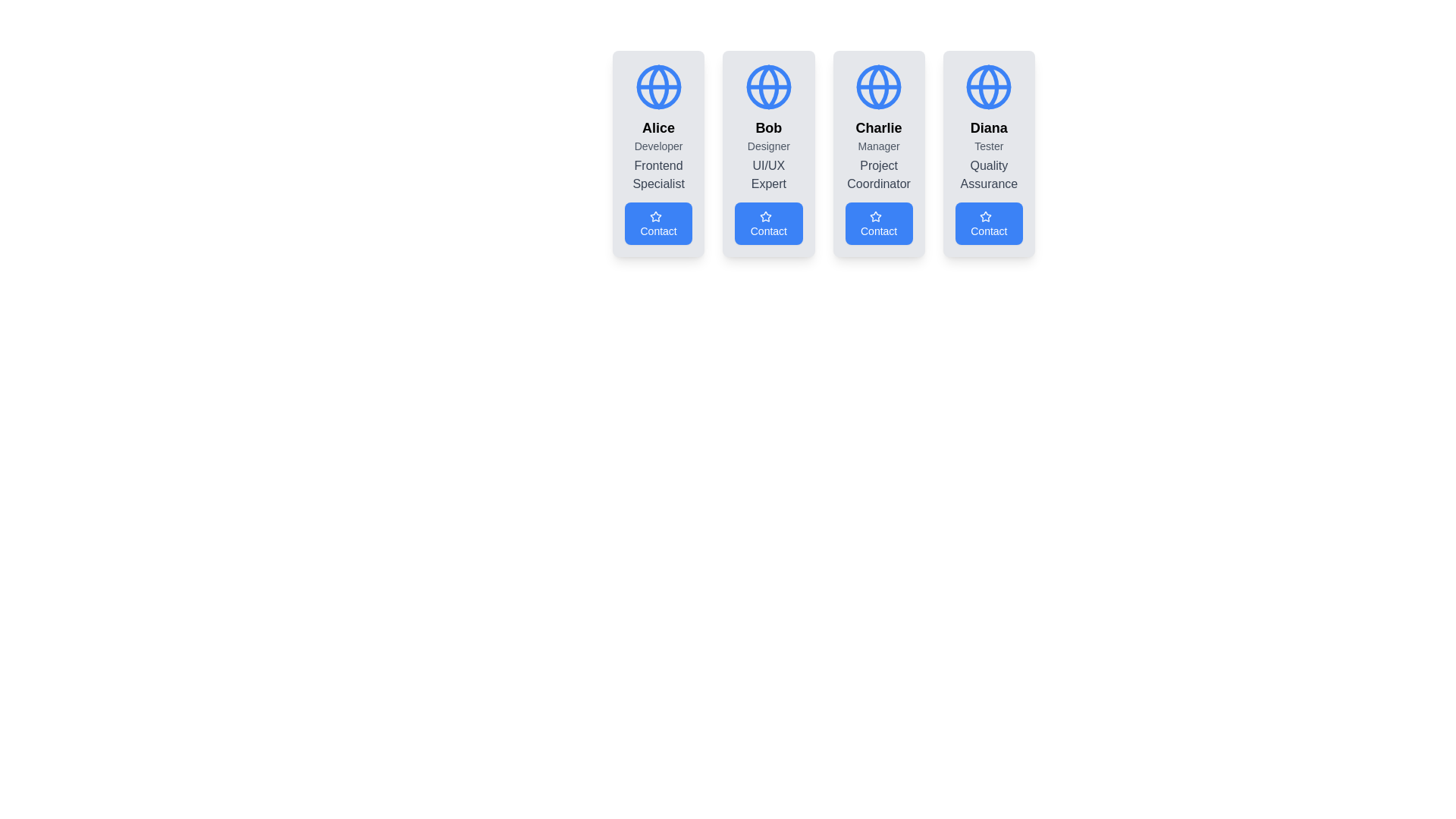 The image size is (1456, 819). I want to click on the blue globe icon at the top of the card labeled 'Charlie', which is the third card from the left, so click(879, 87).